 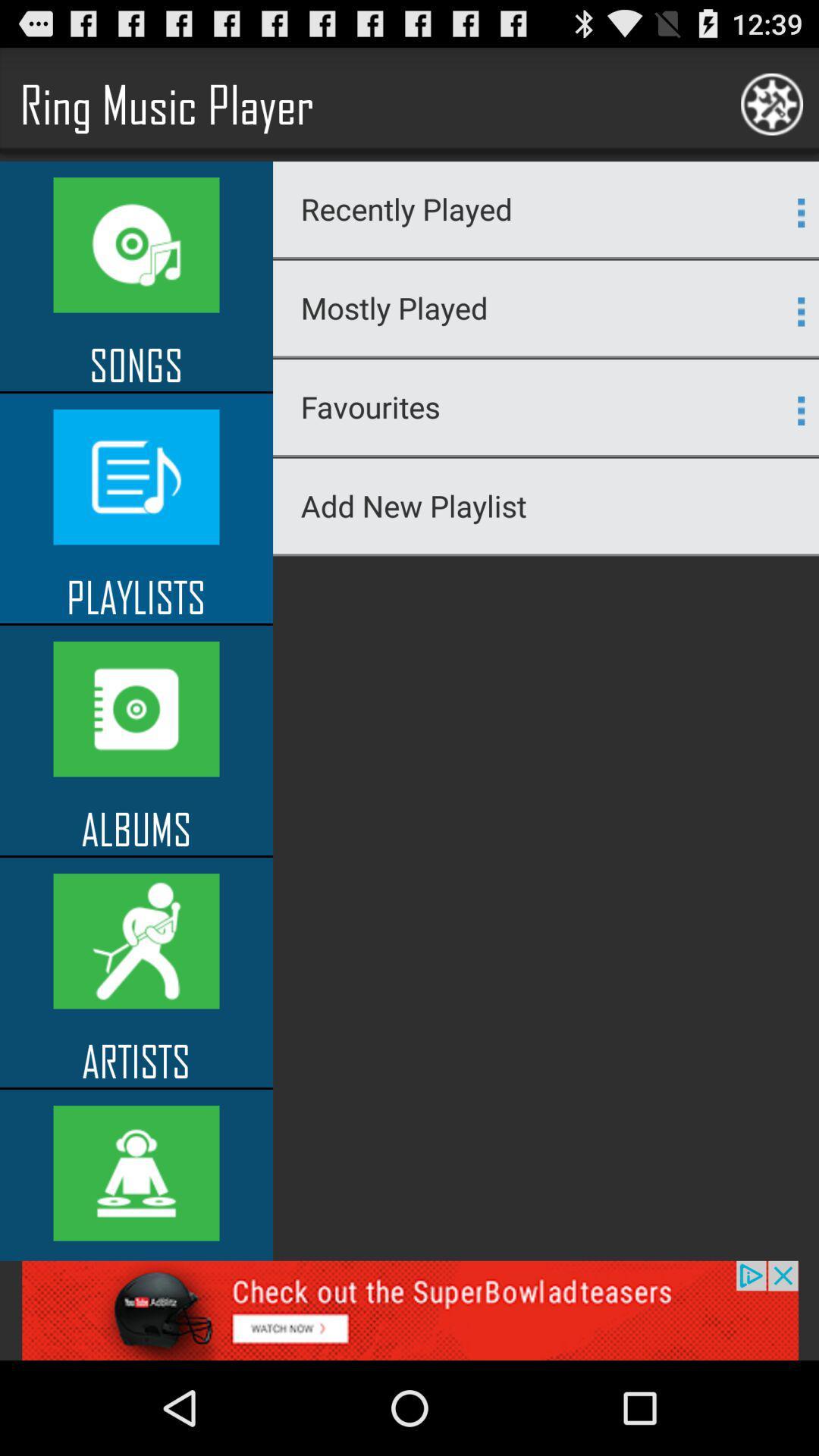 What do you see at coordinates (136, 1172) in the screenshot?
I see `image under artists` at bounding box center [136, 1172].